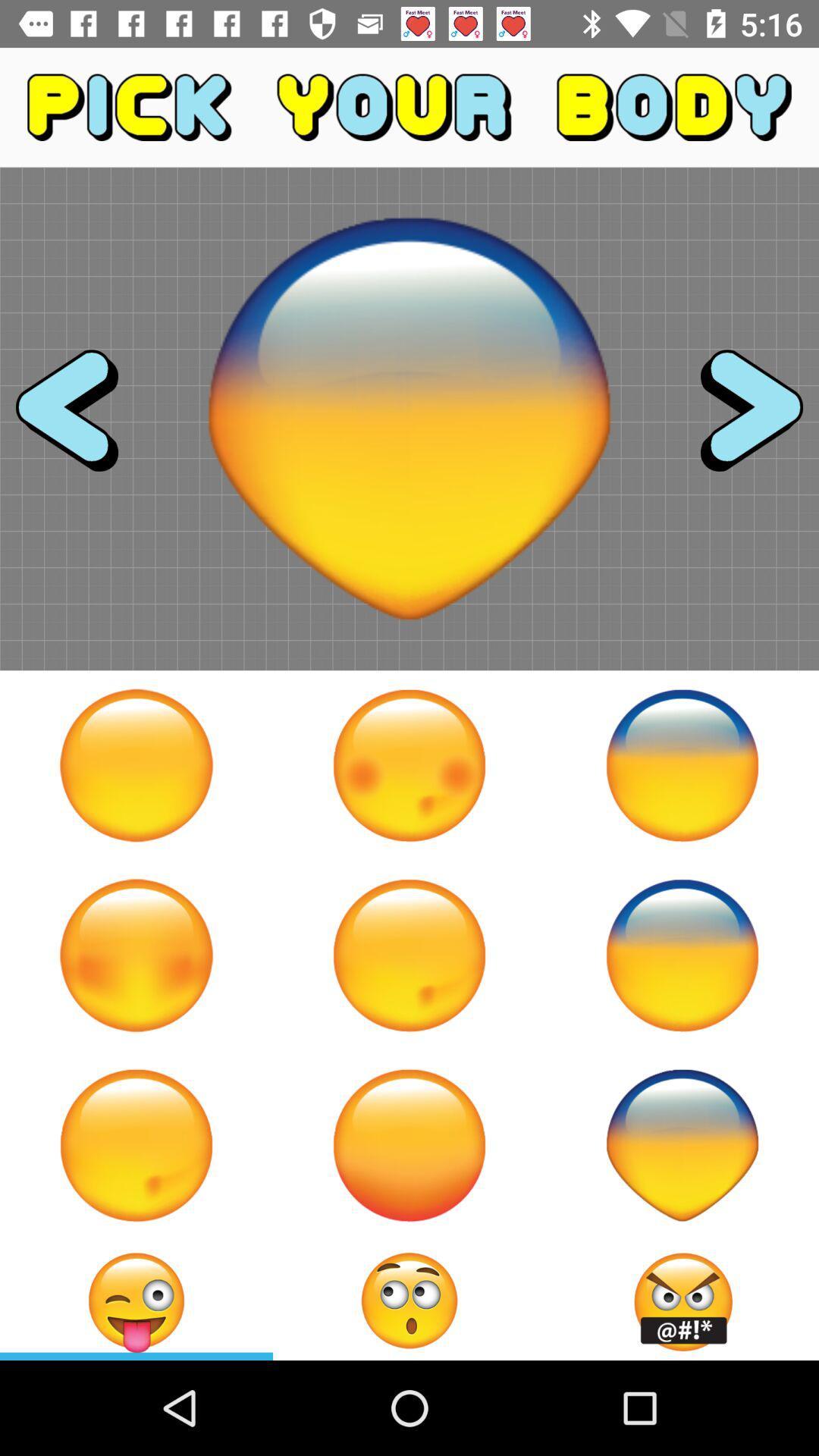 This screenshot has width=819, height=1456. What do you see at coordinates (737, 419) in the screenshot?
I see `choose selection for body parts to create a character` at bounding box center [737, 419].